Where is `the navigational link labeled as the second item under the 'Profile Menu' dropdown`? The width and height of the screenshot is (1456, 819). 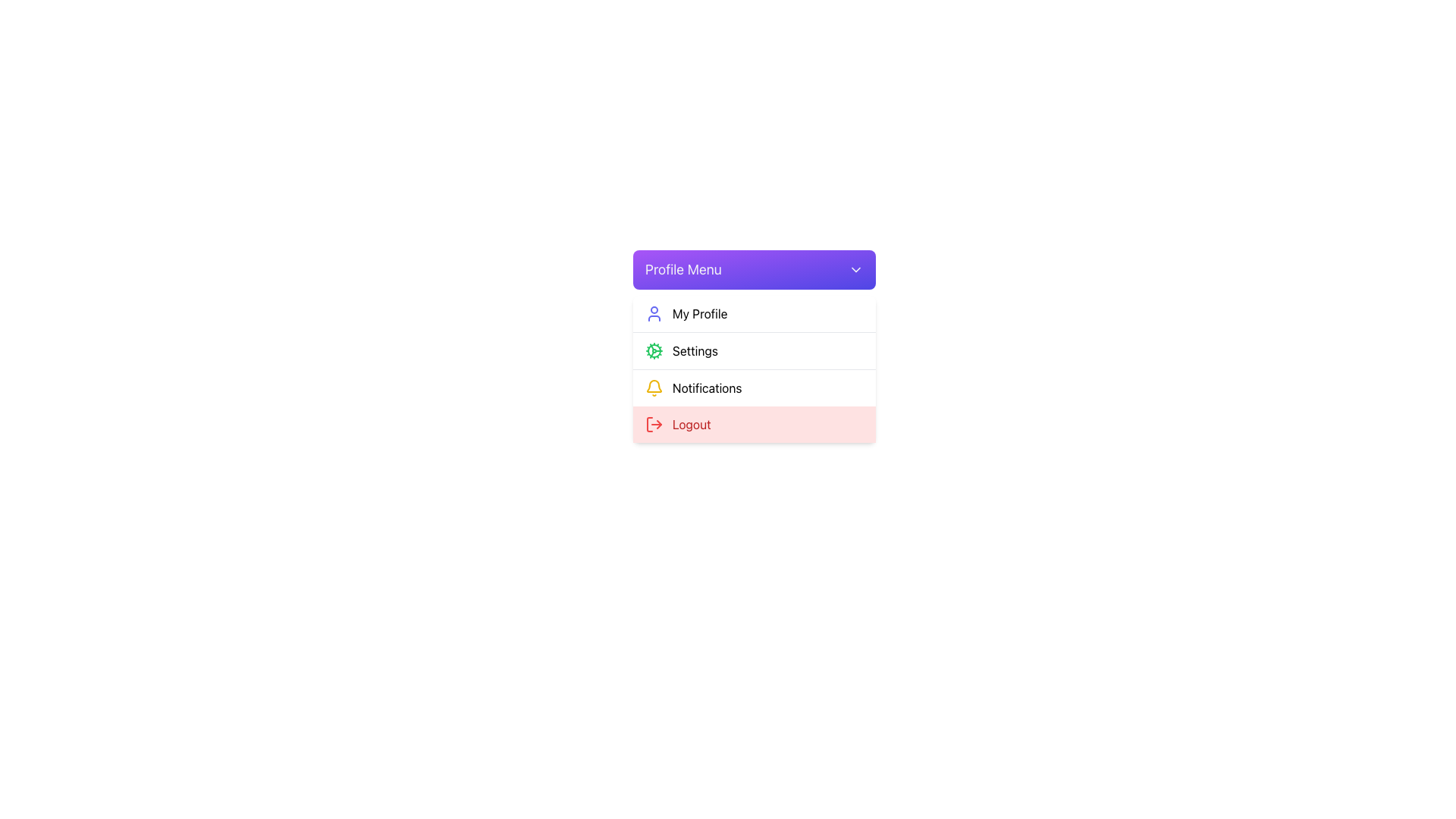
the navigational link labeled as the second item under the 'Profile Menu' dropdown is located at coordinates (754, 350).